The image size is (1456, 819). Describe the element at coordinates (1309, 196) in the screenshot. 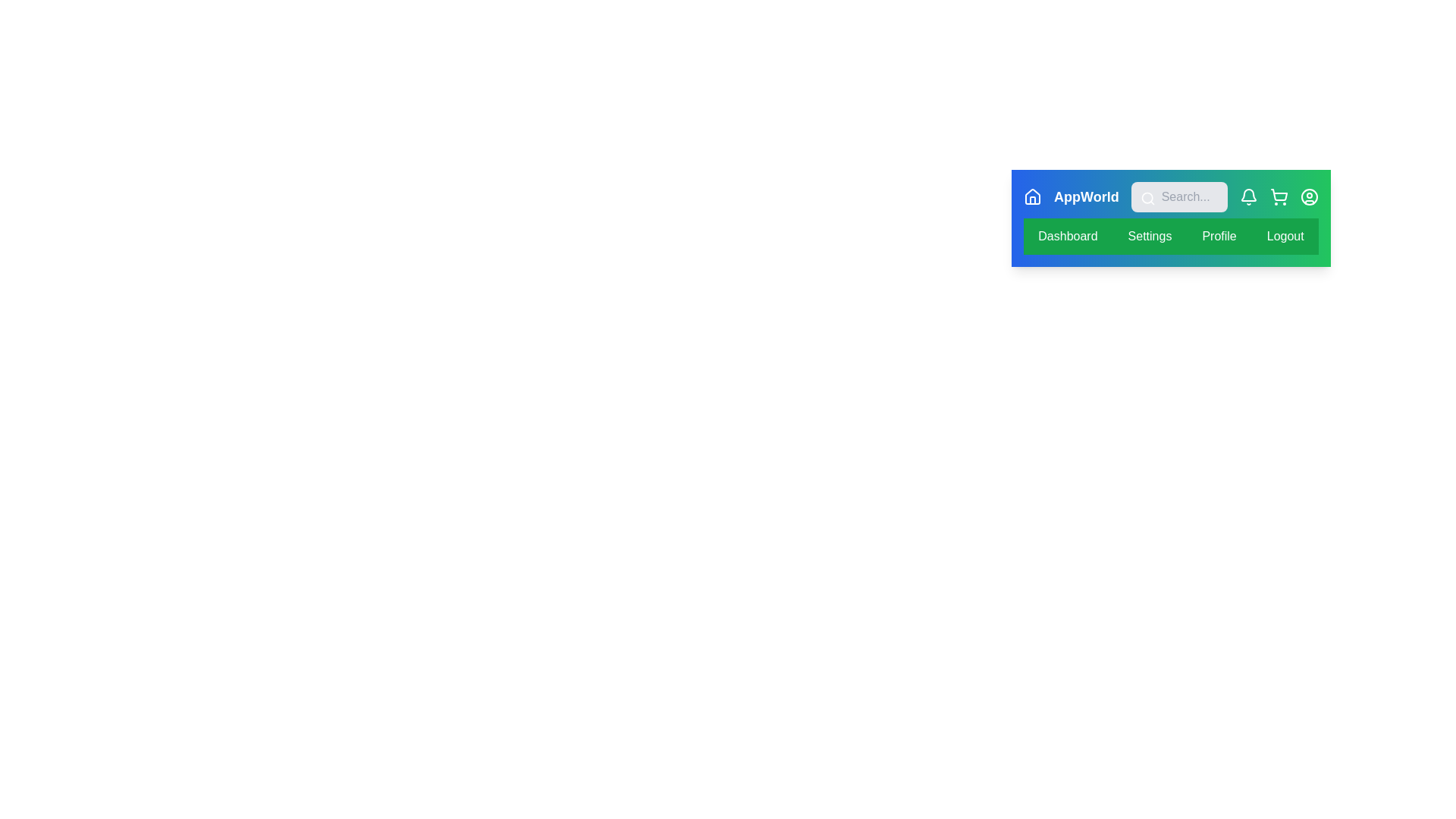

I see `the navigation icon corresponding to profile` at that location.